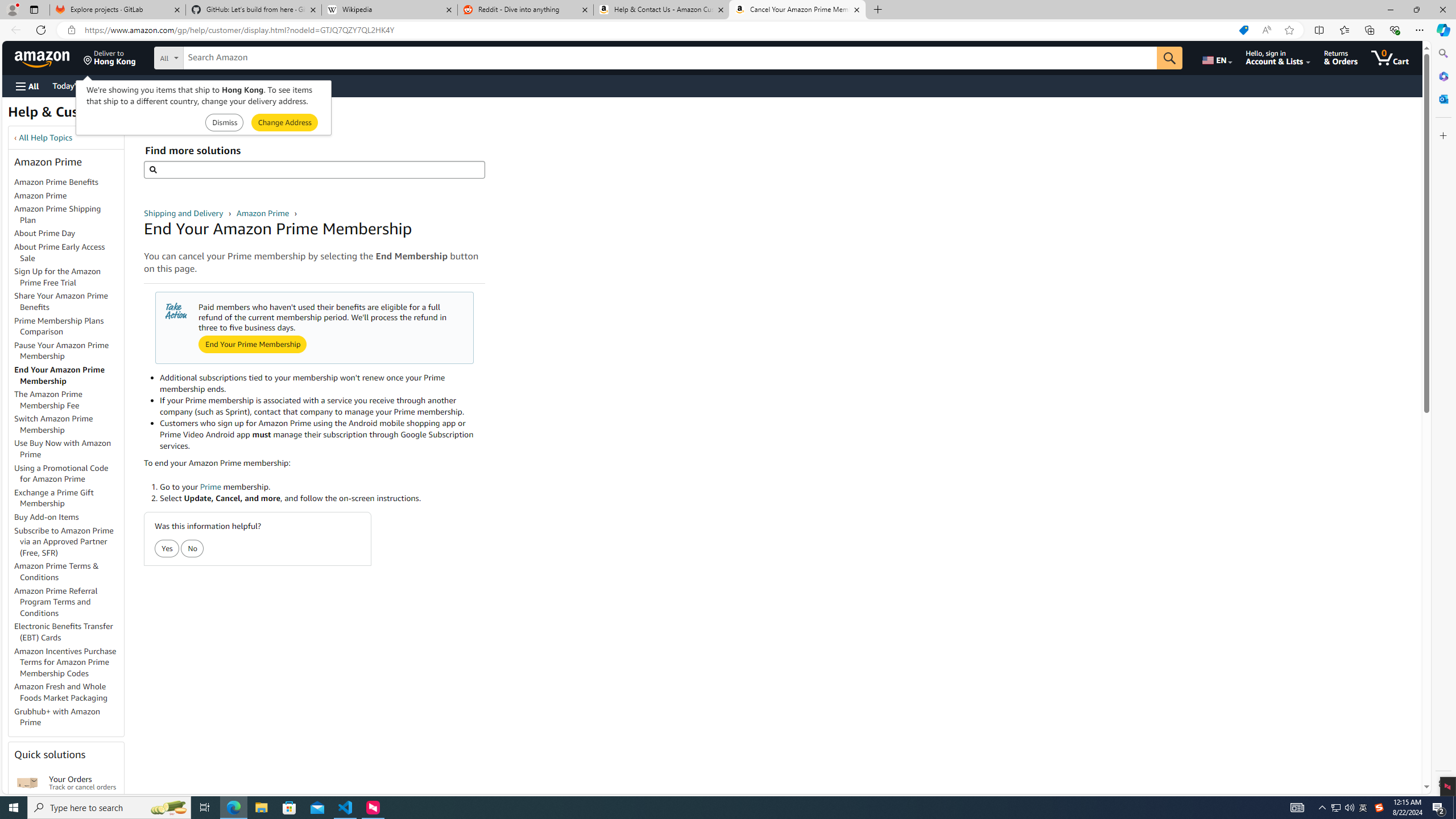  Describe the element at coordinates (209, 486) in the screenshot. I see `'Prime'` at that location.